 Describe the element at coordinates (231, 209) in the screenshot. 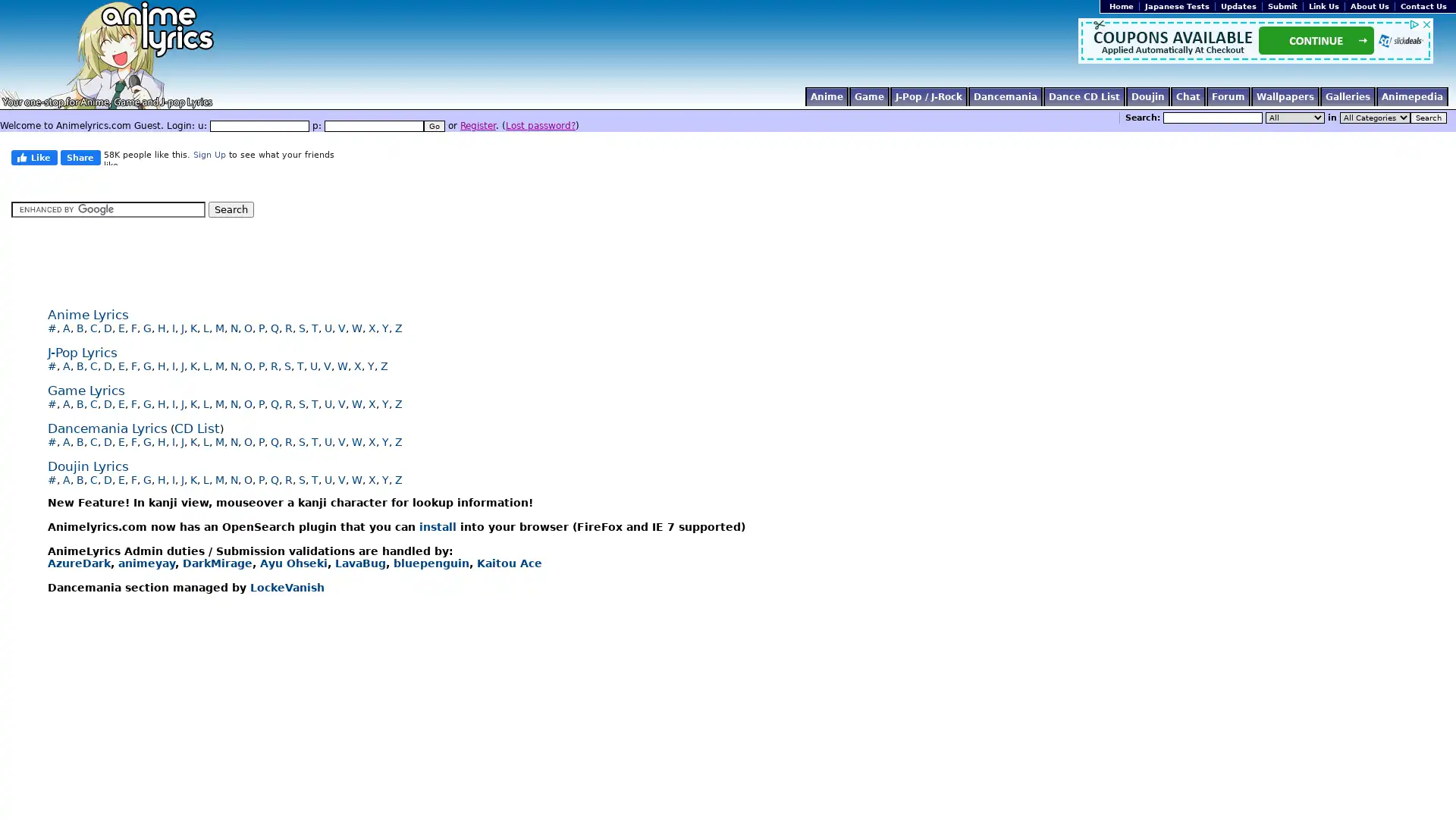

I see `Search` at that location.